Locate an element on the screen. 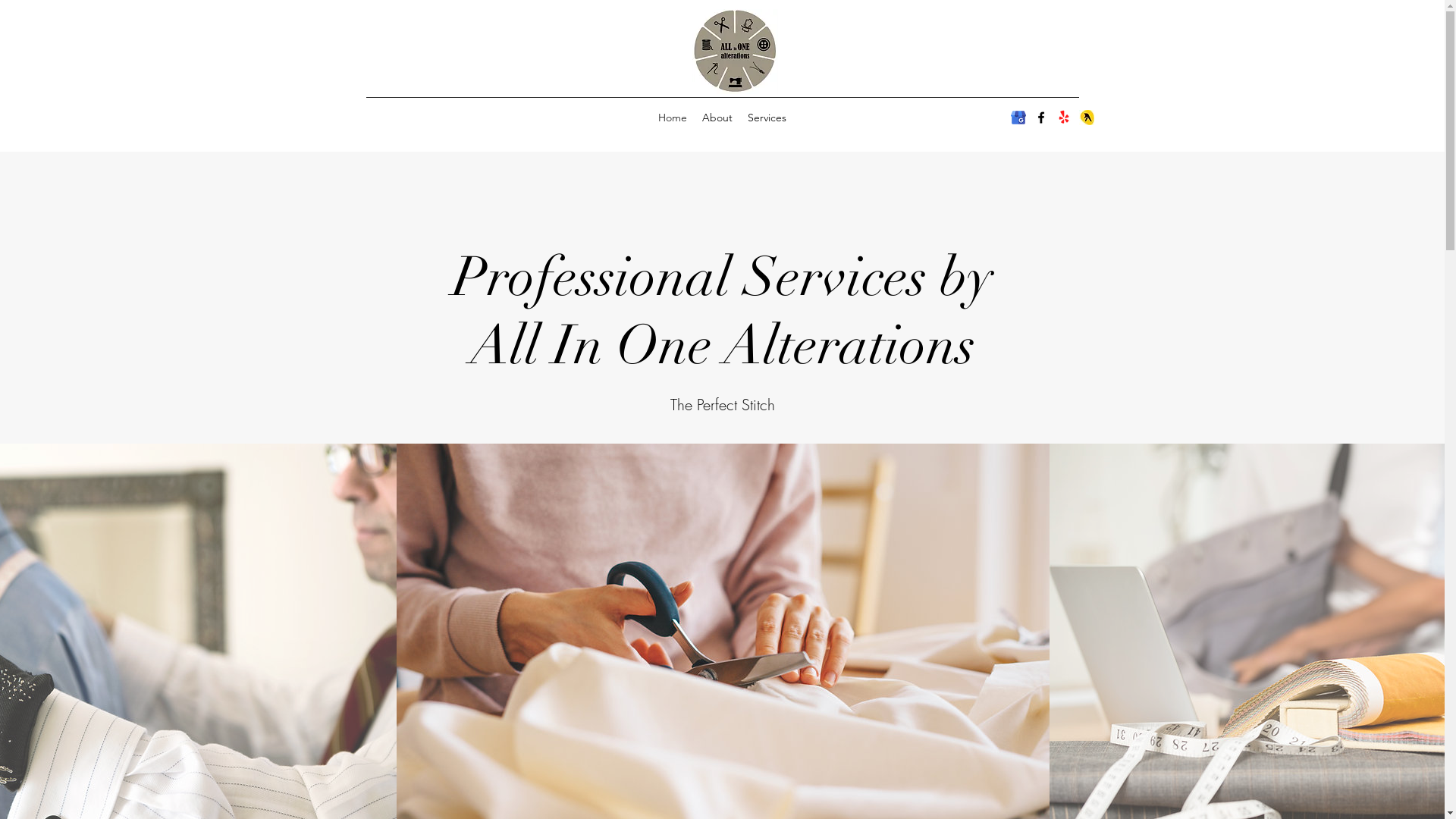 The height and width of the screenshot is (819, 1456). 'About' is located at coordinates (694, 116).